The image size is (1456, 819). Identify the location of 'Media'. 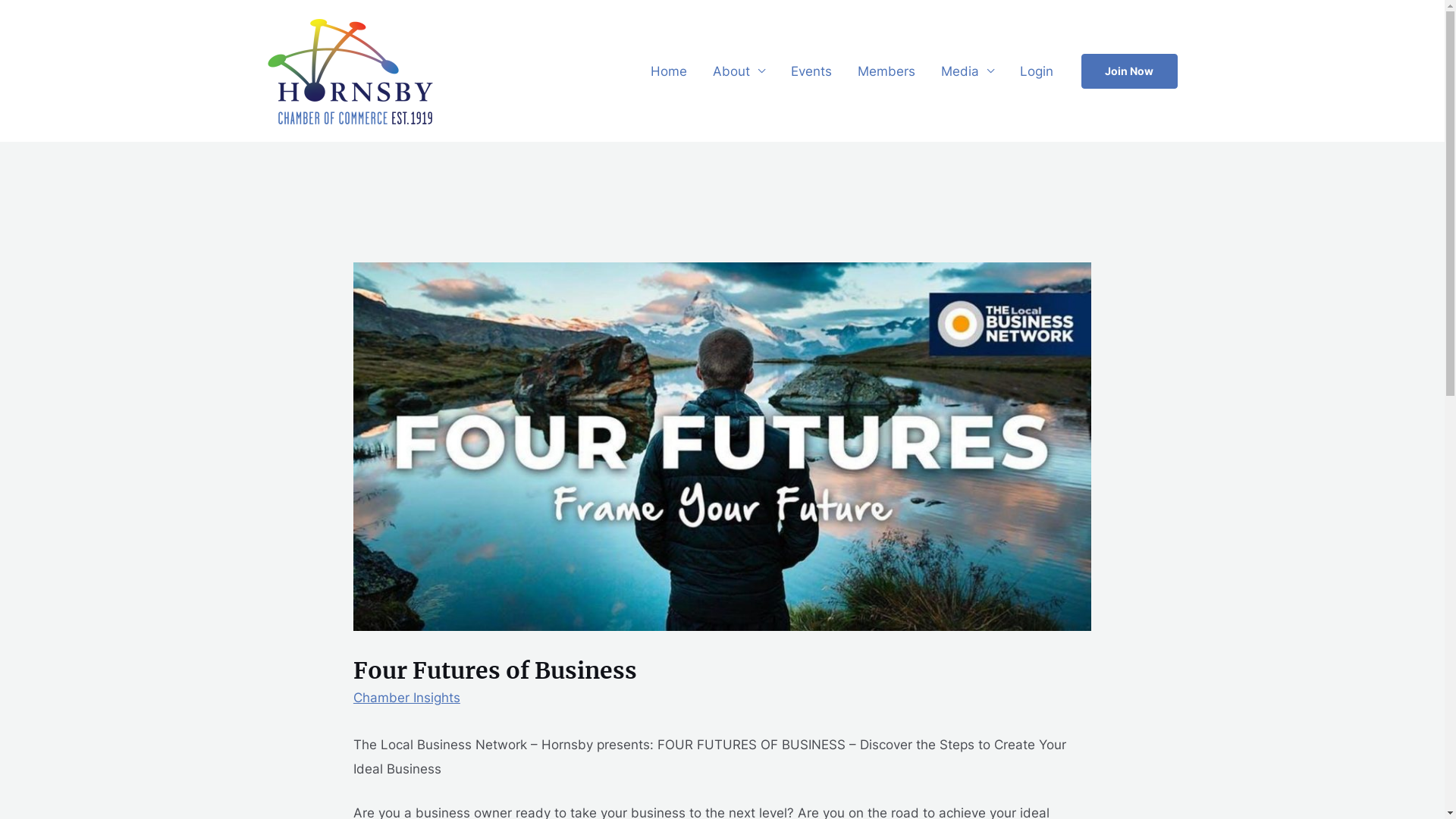
(967, 70).